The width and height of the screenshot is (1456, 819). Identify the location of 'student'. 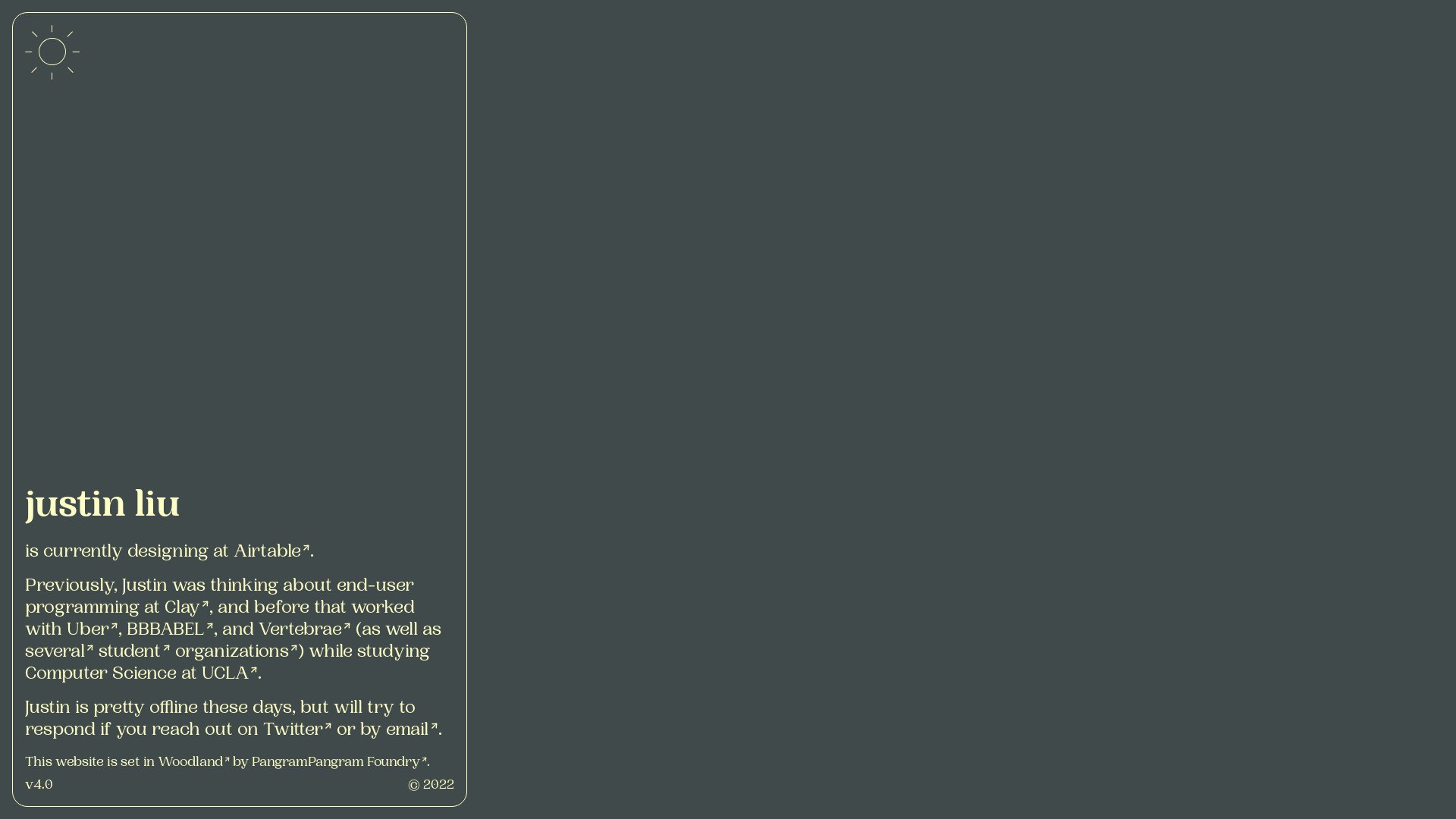
(97, 651).